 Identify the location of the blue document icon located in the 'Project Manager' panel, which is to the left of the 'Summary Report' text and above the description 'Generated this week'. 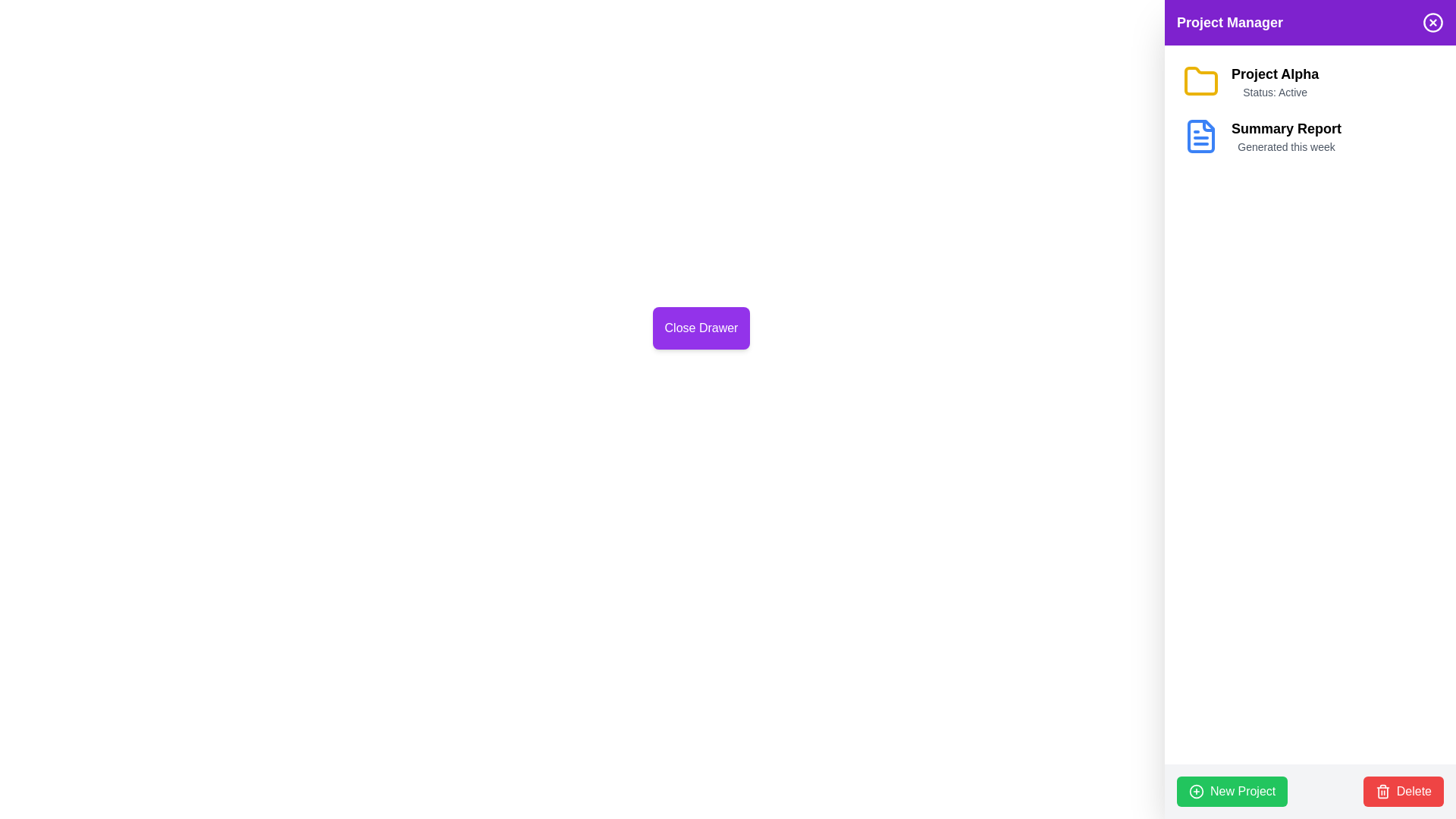
(1200, 136).